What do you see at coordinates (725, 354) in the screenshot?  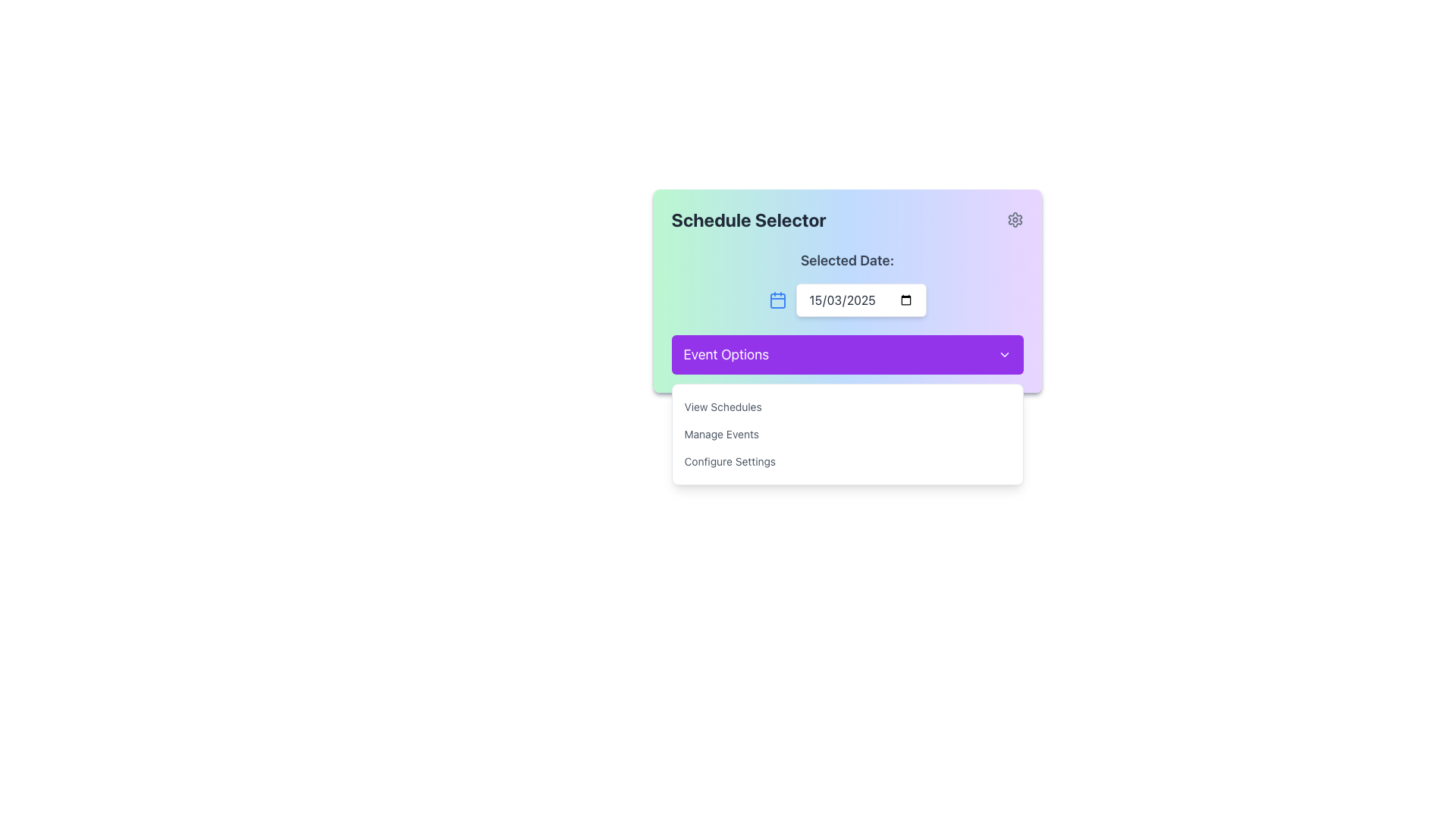 I see `the 'Event Options' text label displayed in white on a vivid purple rectangular background, located in the bottom-left corner of the purple button bar under the 'Schedule Selector' section` at bounding box center [725, 354].